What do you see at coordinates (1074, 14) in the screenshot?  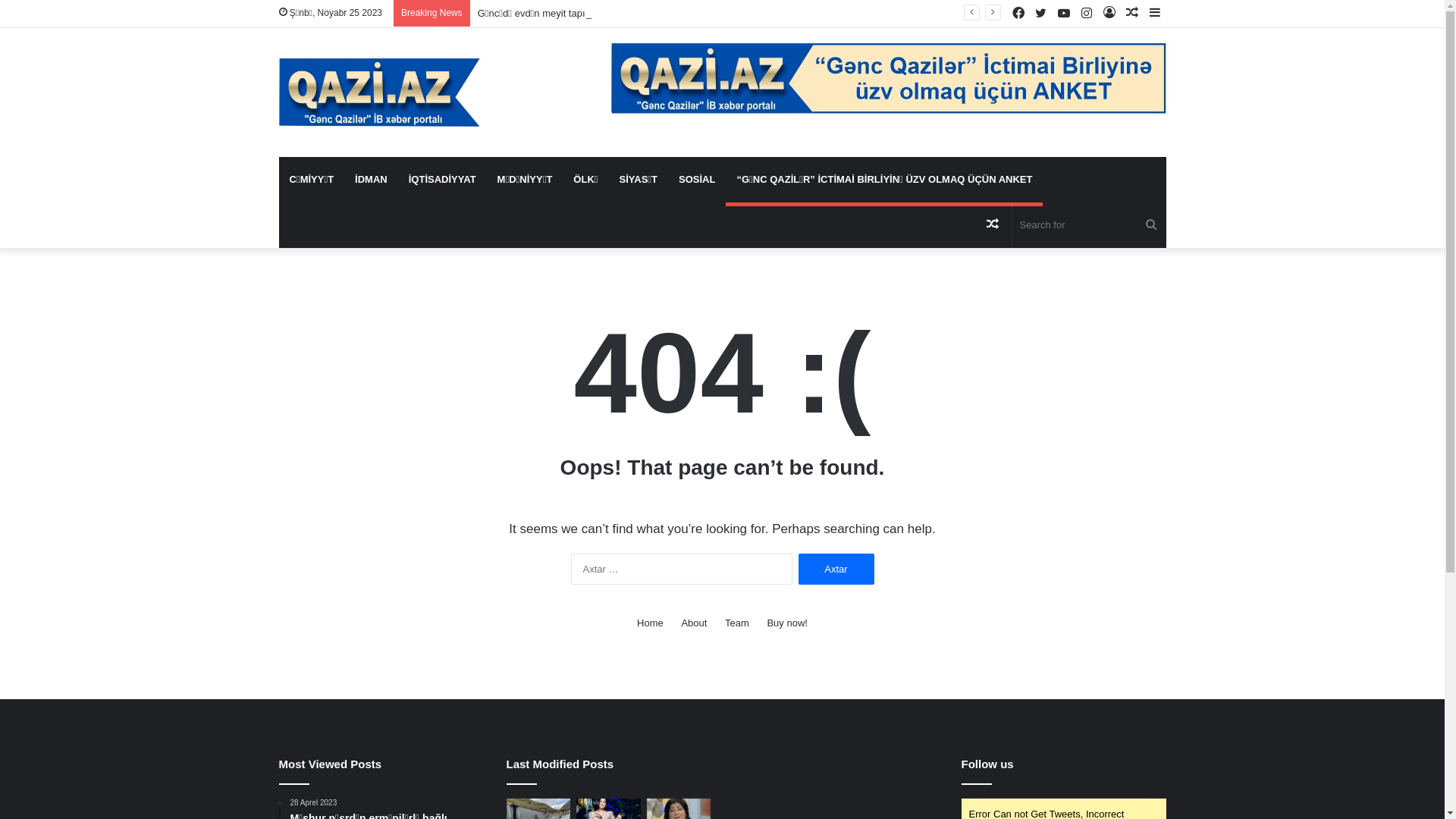 I see `'Instagram'` at bounding box center [1074, 14].